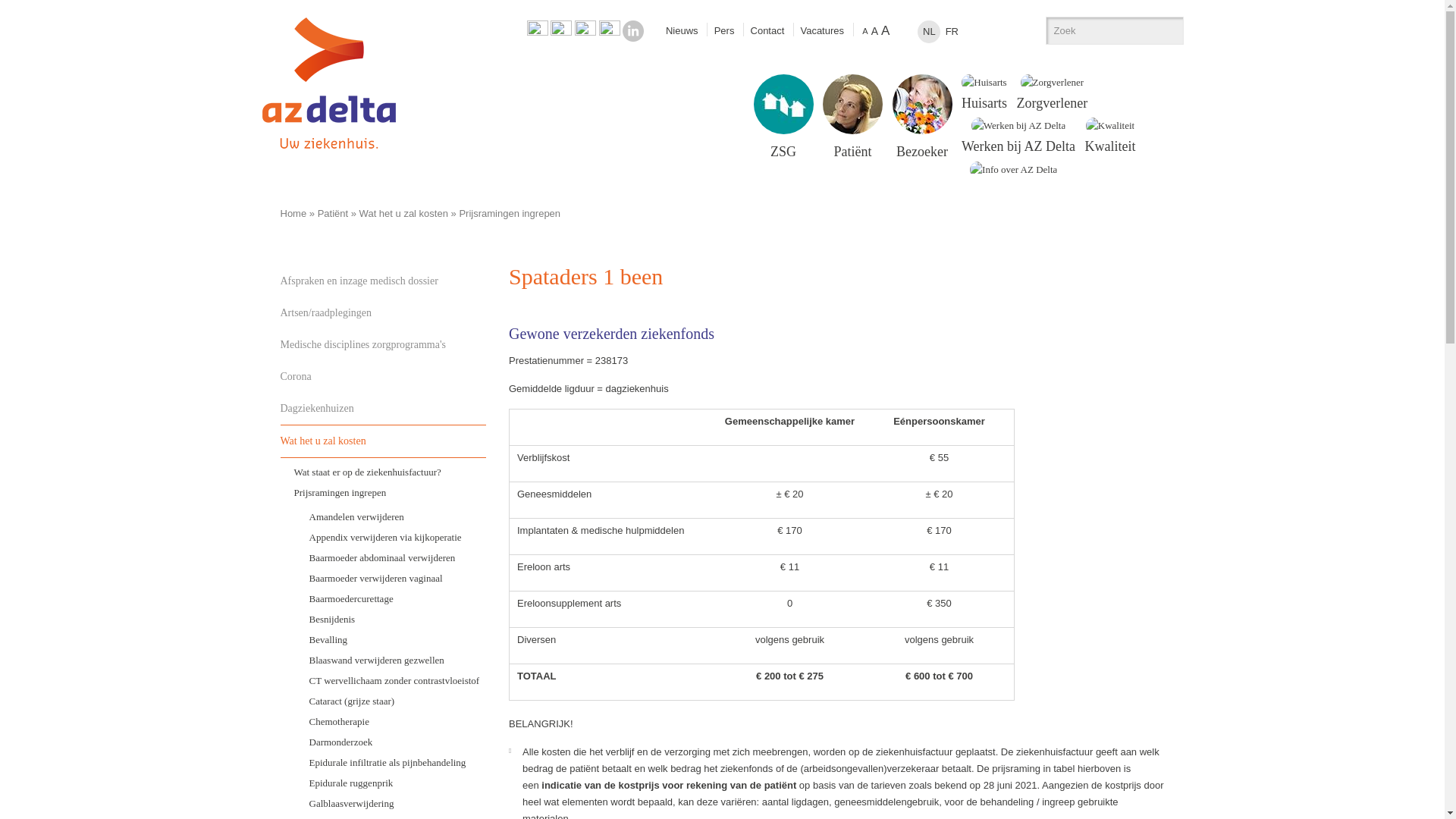 The height and width of the screenshot is (819, 1456). I want to click on 'Contact', so click(767, 30).